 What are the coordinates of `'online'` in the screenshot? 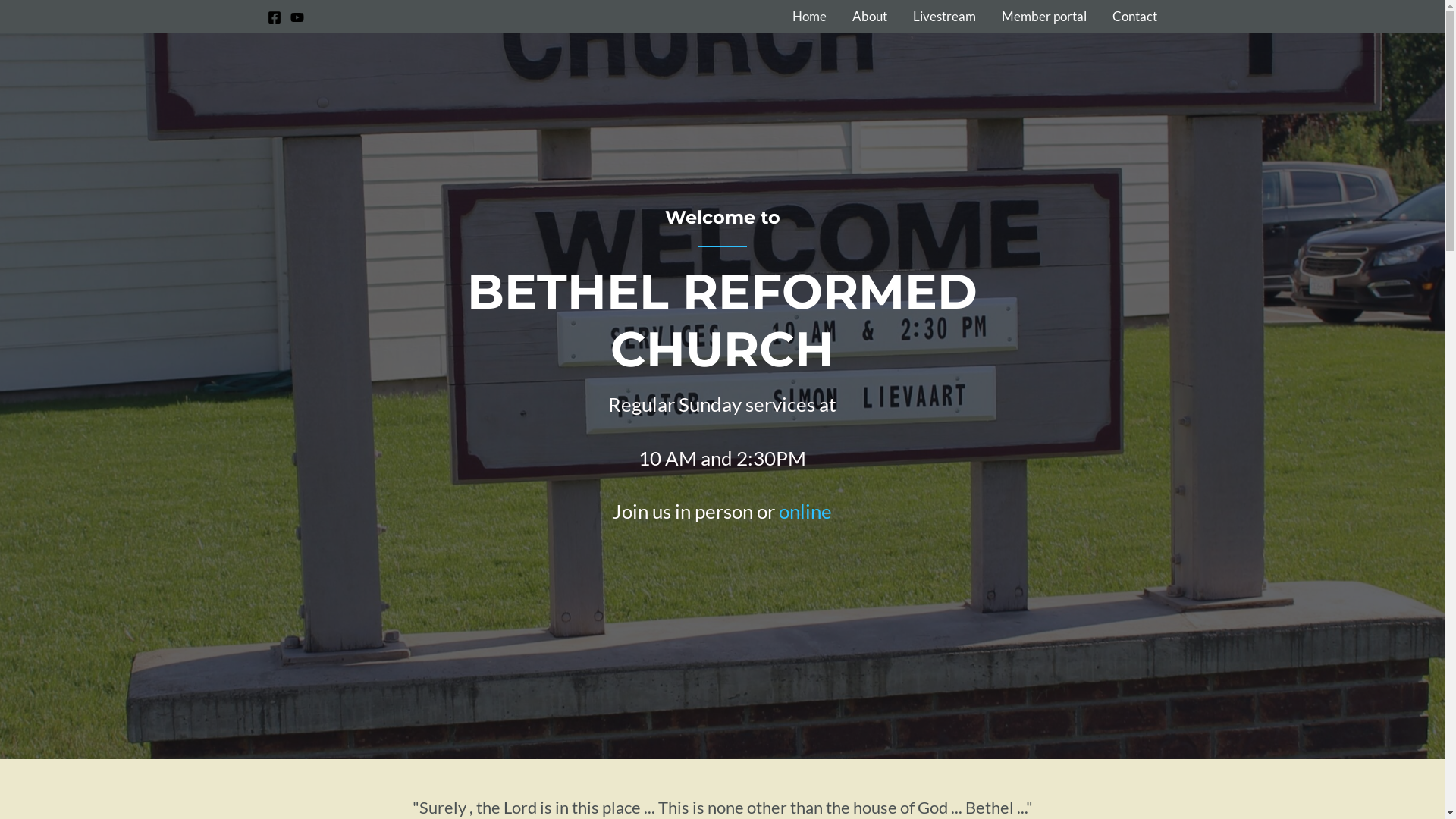 It's located at (804, 511).